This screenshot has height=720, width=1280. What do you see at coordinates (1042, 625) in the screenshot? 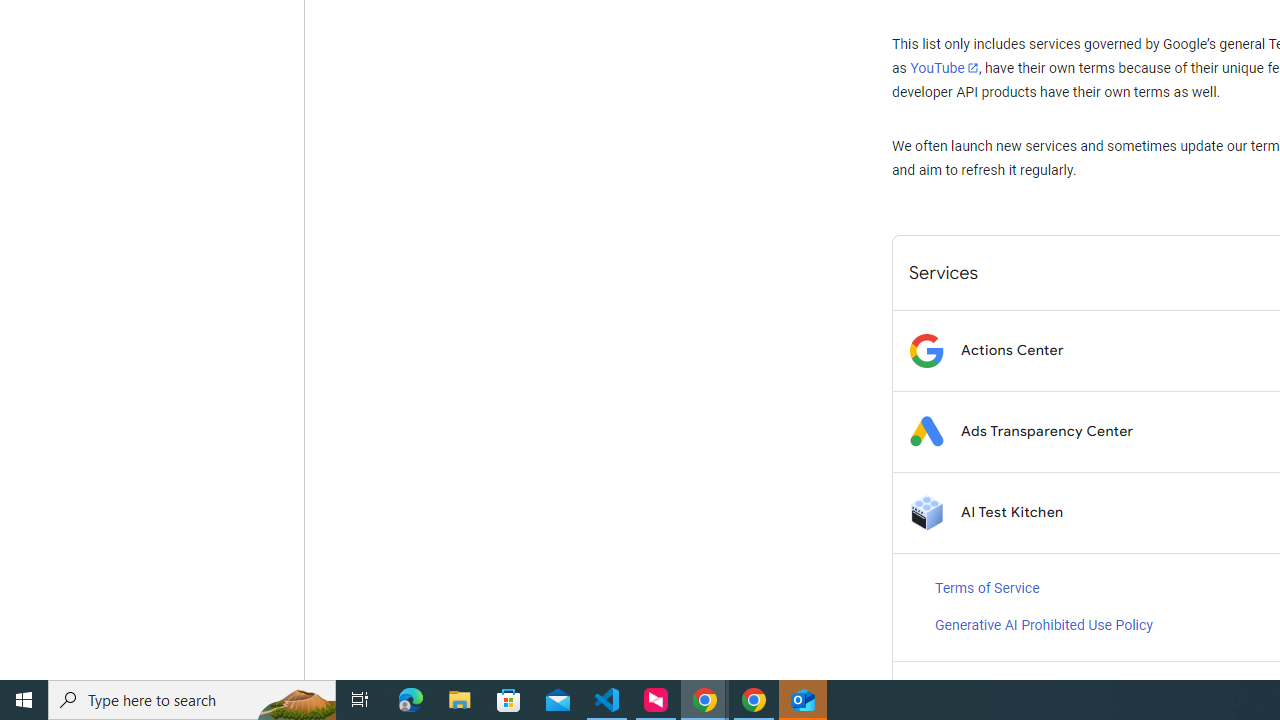
I see `'Generative AI Prohibited Use Policy'` at bounding box center [1042, 625].